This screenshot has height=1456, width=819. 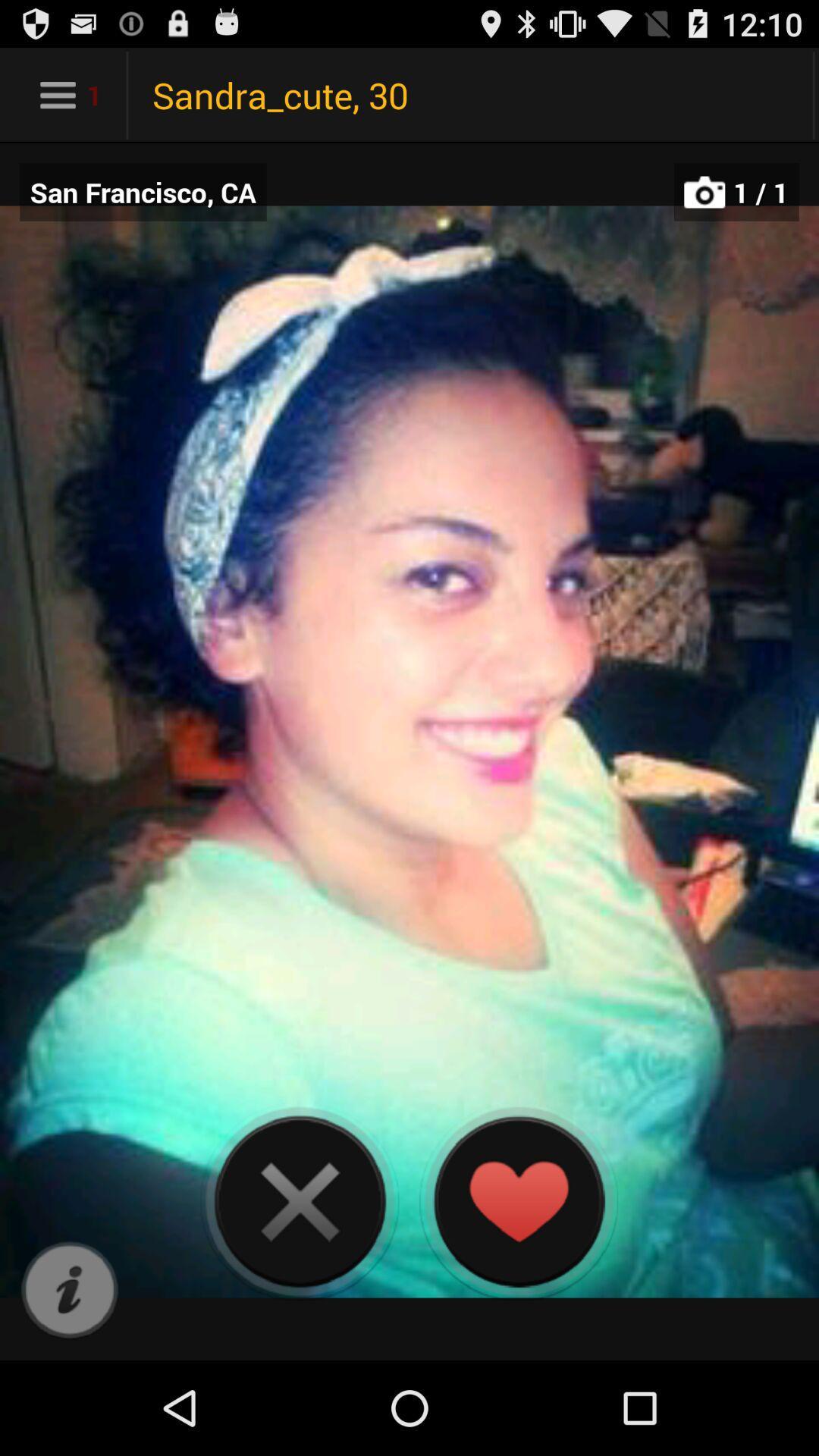 What do you see at coordinates (517, 1200) in the screenshot?
I see `to favorite` at bounding box center [517, 1200].